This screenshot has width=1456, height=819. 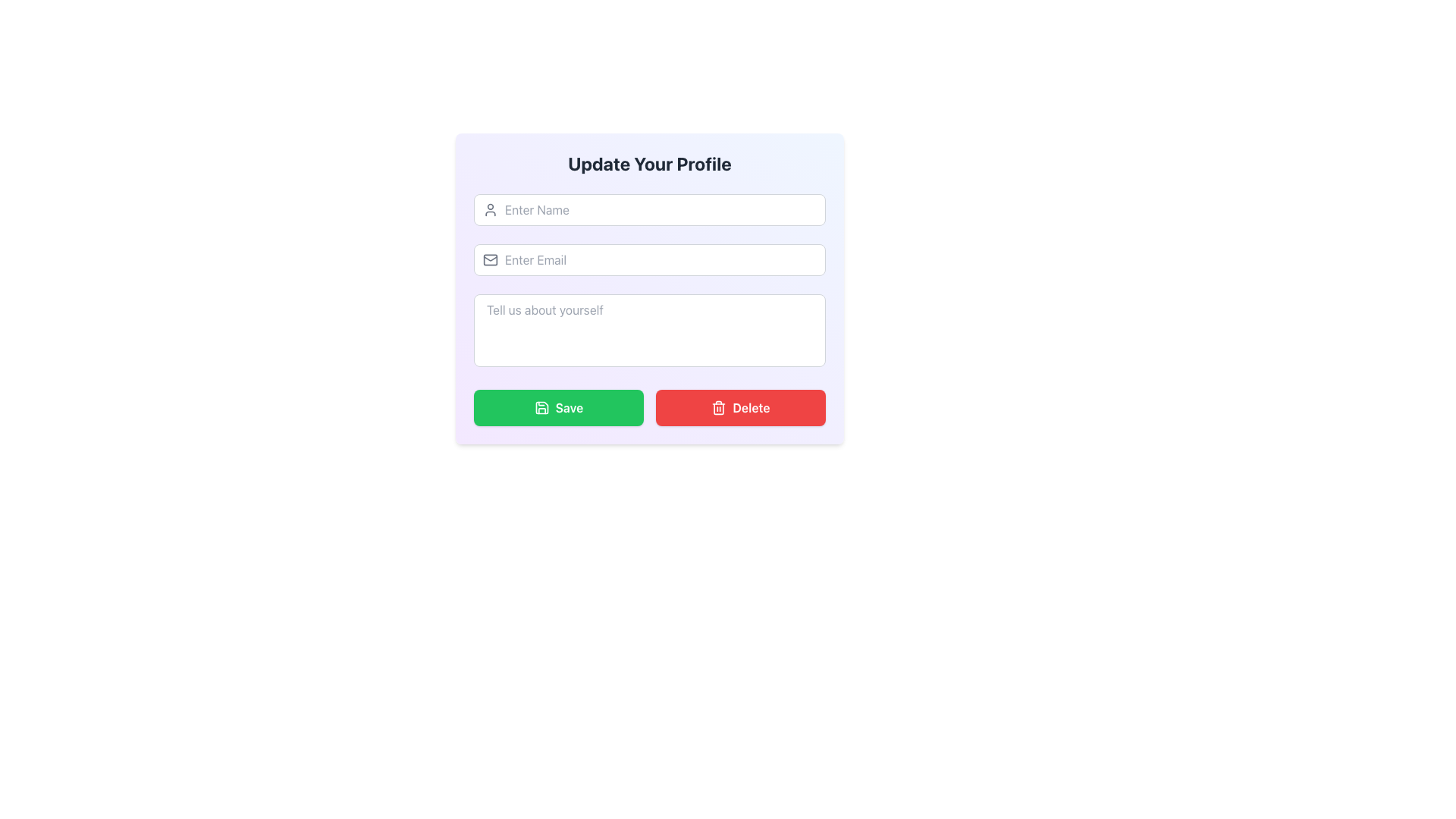 What do you see at coordinates (718, 406) in the screenshot?
I see `the trash icon within the red 'Delete' button located at the bottom-right corner of the form` at bounding box center [718, 406].